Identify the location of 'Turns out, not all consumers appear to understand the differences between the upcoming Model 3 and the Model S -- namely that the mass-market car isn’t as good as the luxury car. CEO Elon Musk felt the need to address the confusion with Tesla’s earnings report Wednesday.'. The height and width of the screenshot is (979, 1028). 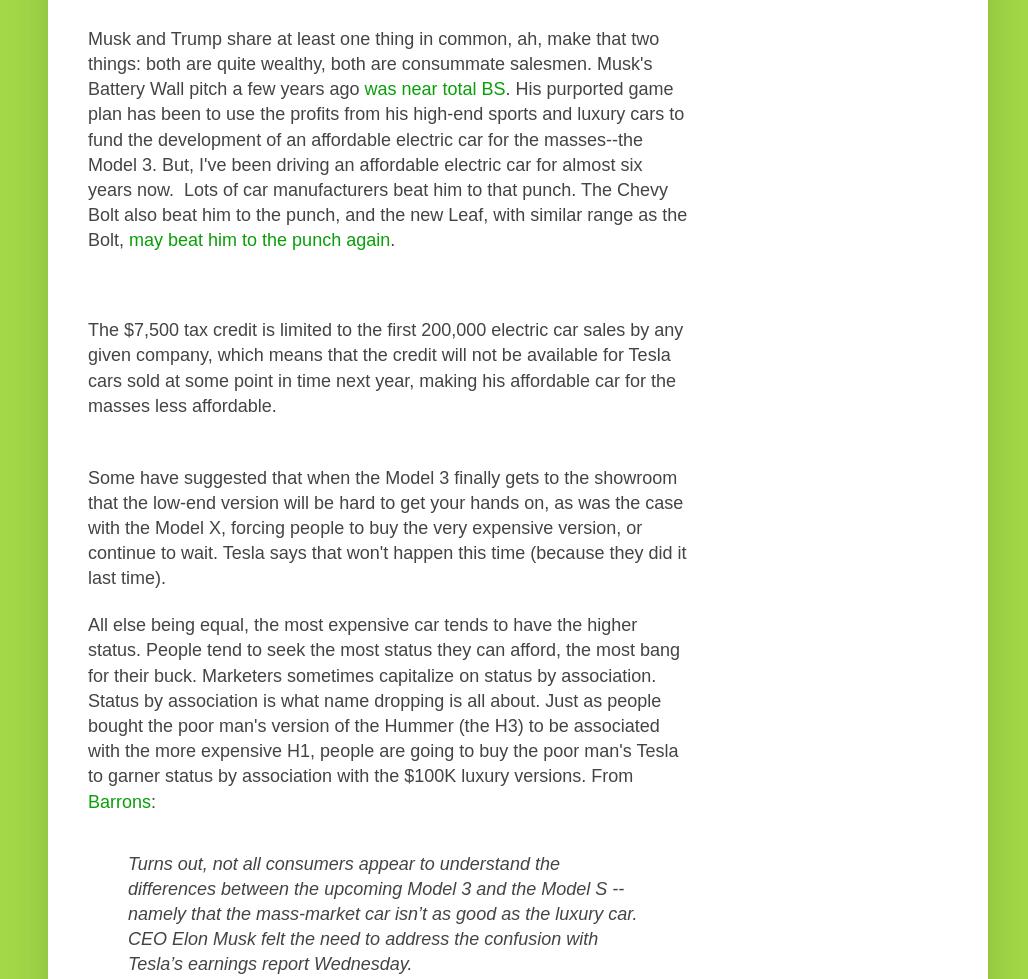
(381, 912).